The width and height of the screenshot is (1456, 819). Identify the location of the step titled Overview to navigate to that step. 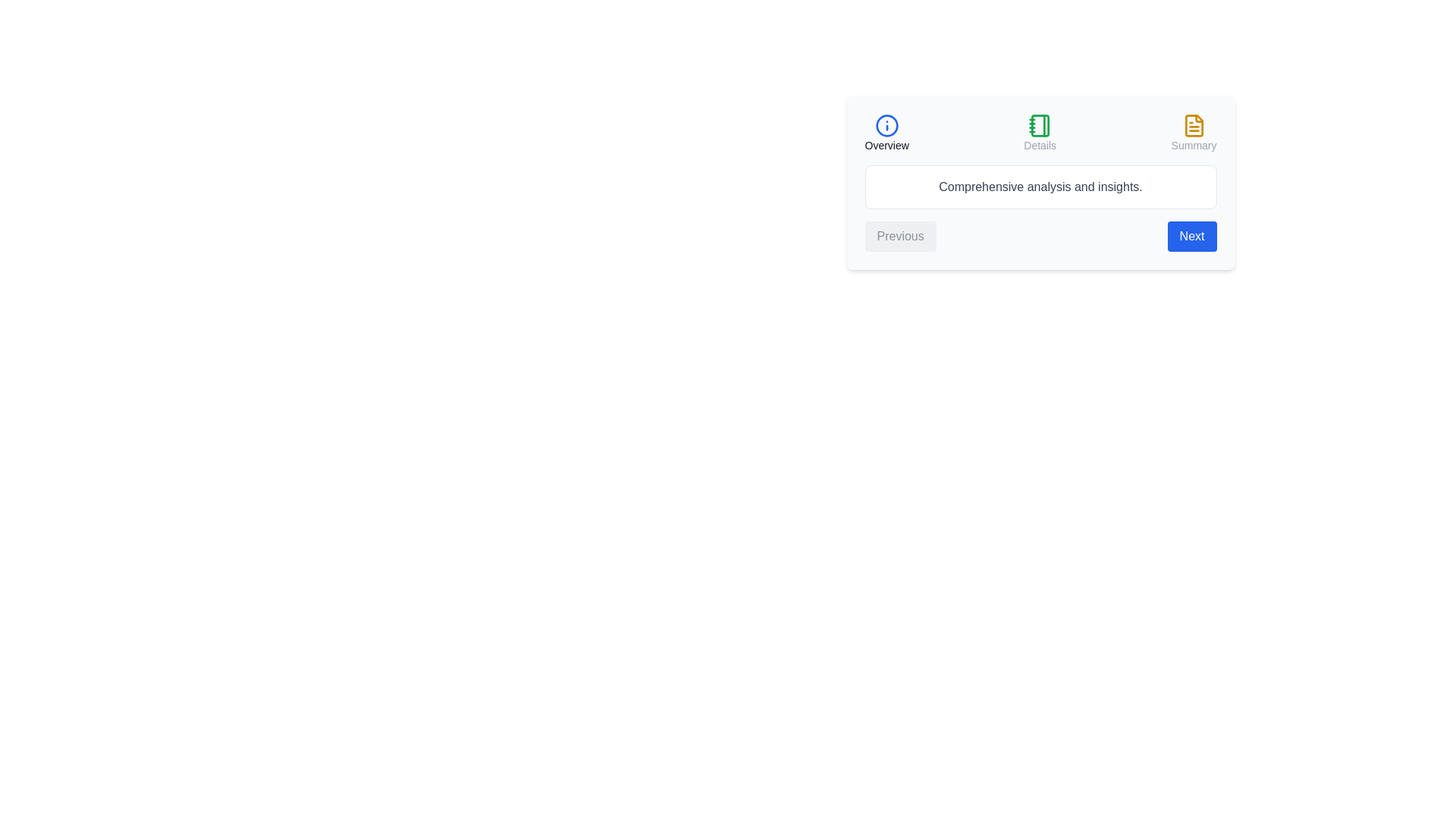
(886, 133).